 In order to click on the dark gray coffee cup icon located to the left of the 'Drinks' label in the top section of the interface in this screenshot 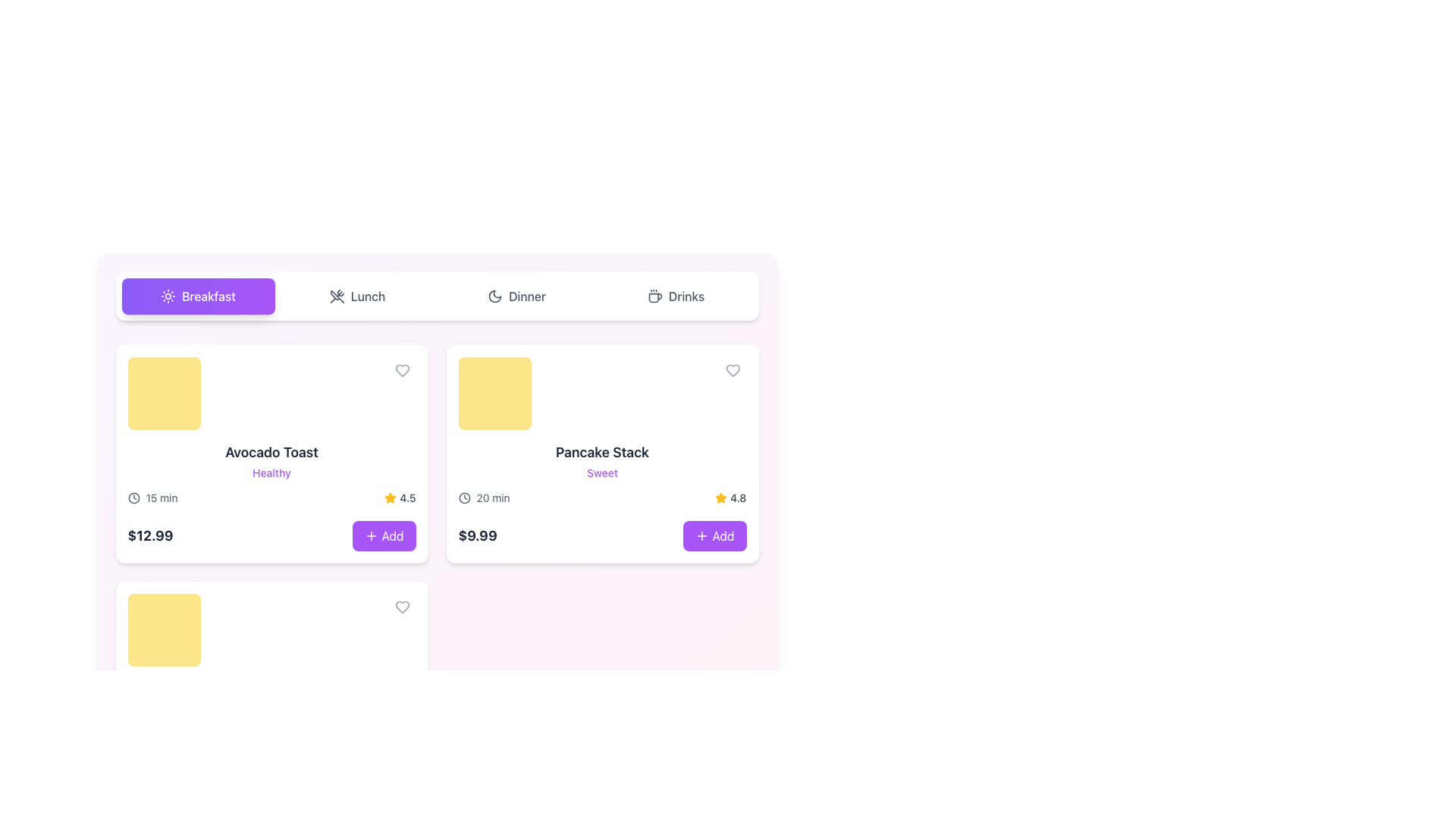, I will do `click(654, 296)`.